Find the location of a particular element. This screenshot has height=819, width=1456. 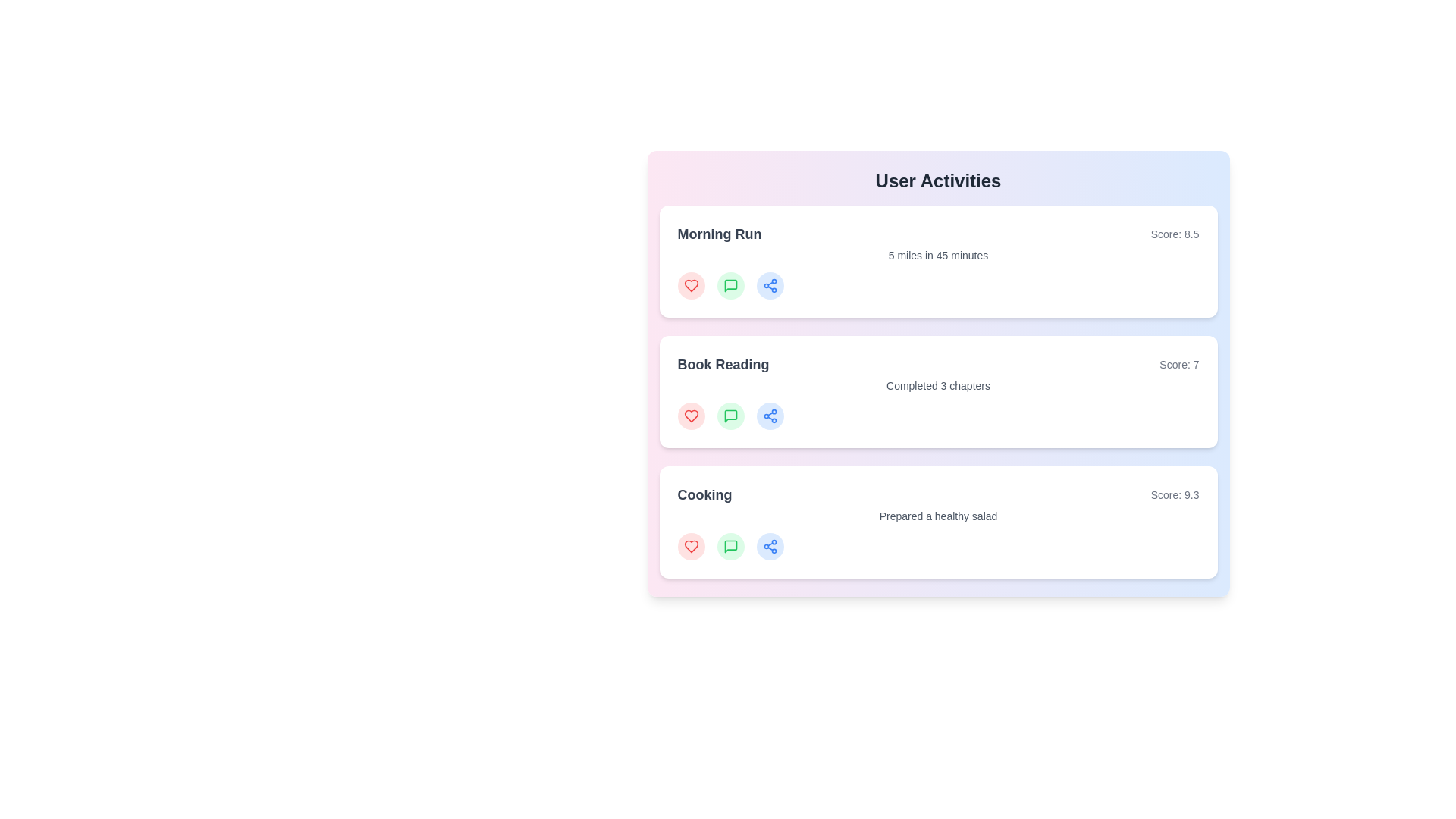

'comment' button on the activity card for Book Reading is located at coordinates (730, 416).